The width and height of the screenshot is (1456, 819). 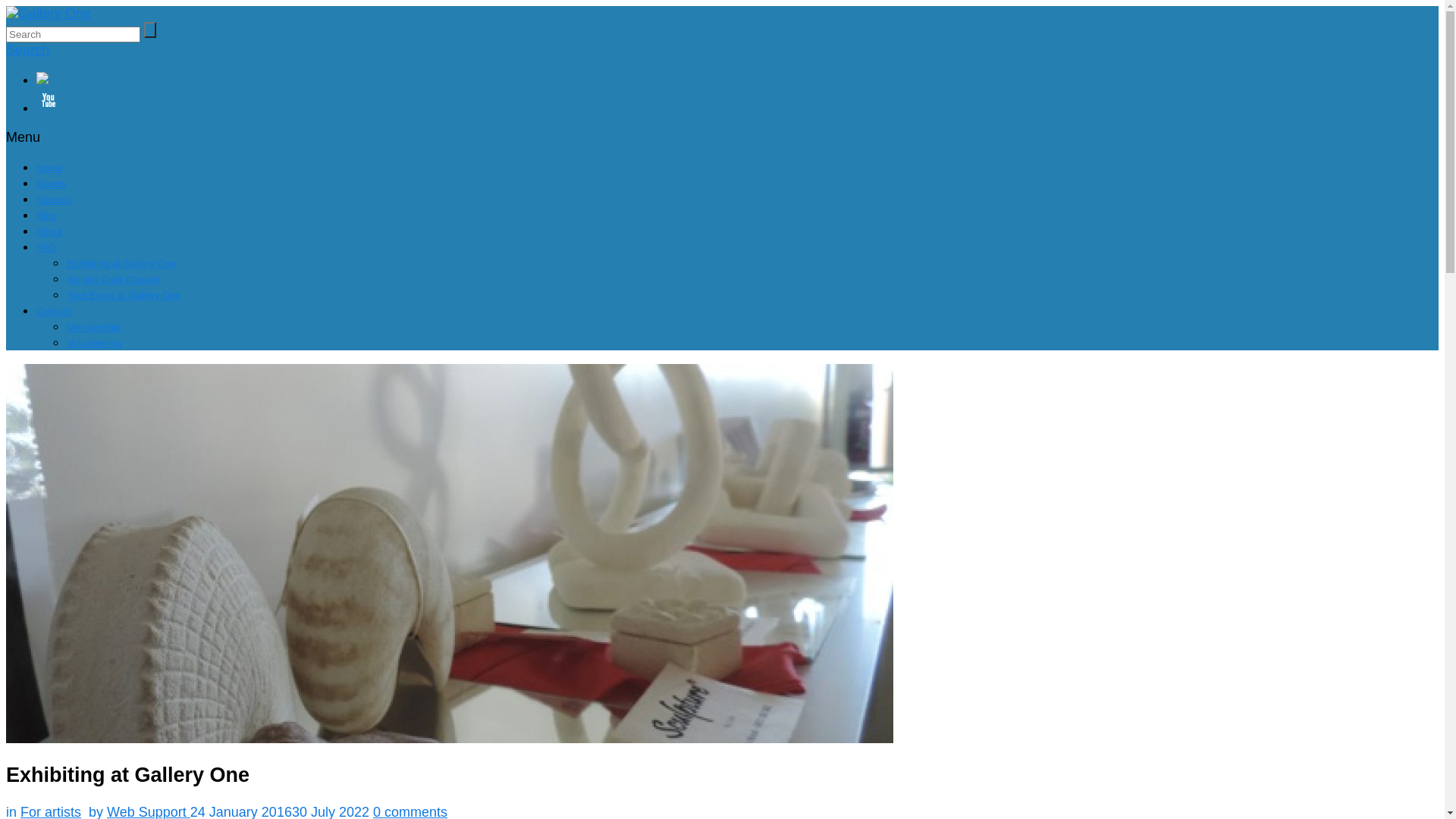 What do you see at coordinates (46, 246) in the screenshot?
I see `'FAQ'` at bounding box center [46, 246].